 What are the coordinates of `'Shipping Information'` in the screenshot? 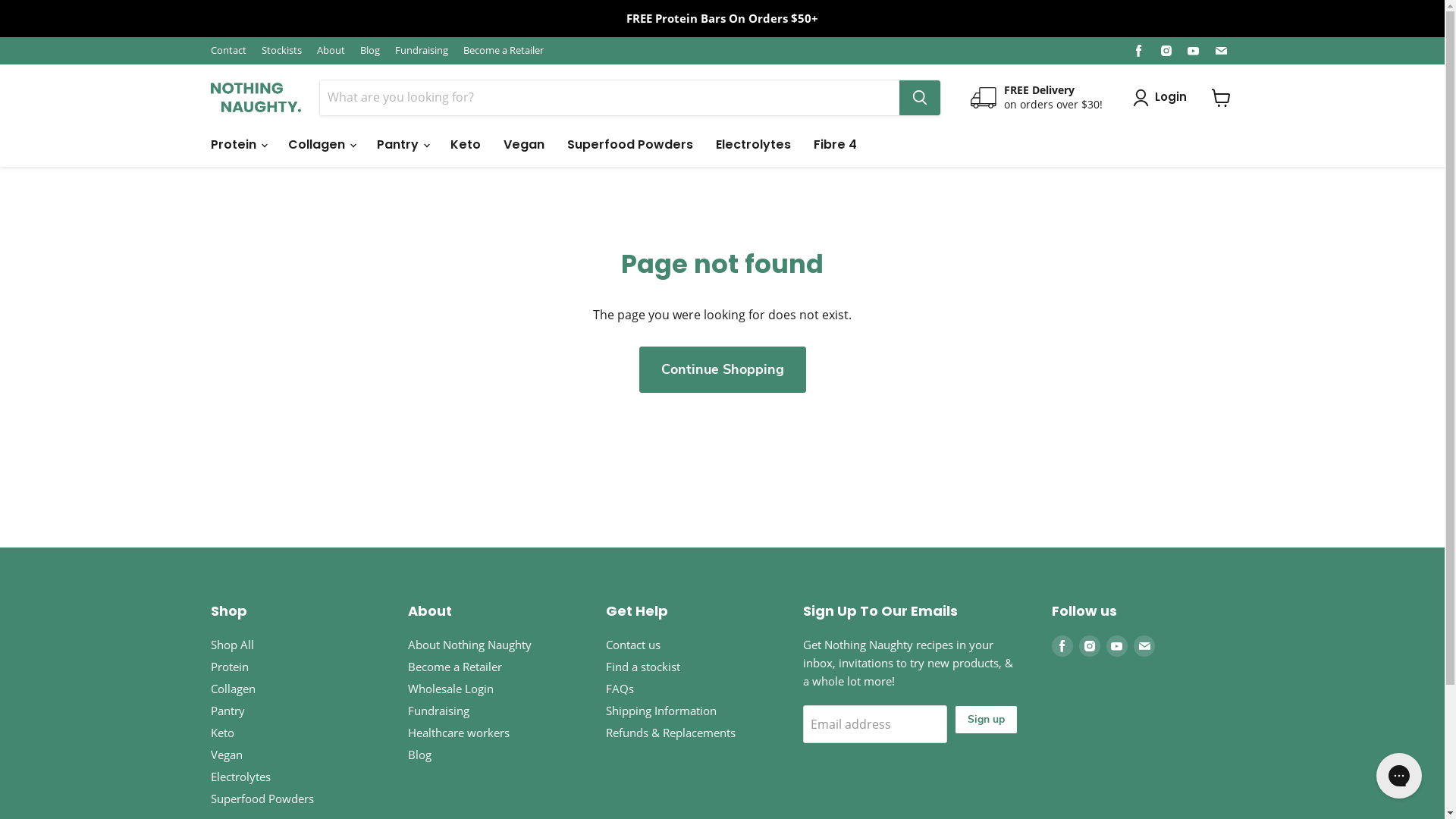 It's located at (660, 711).